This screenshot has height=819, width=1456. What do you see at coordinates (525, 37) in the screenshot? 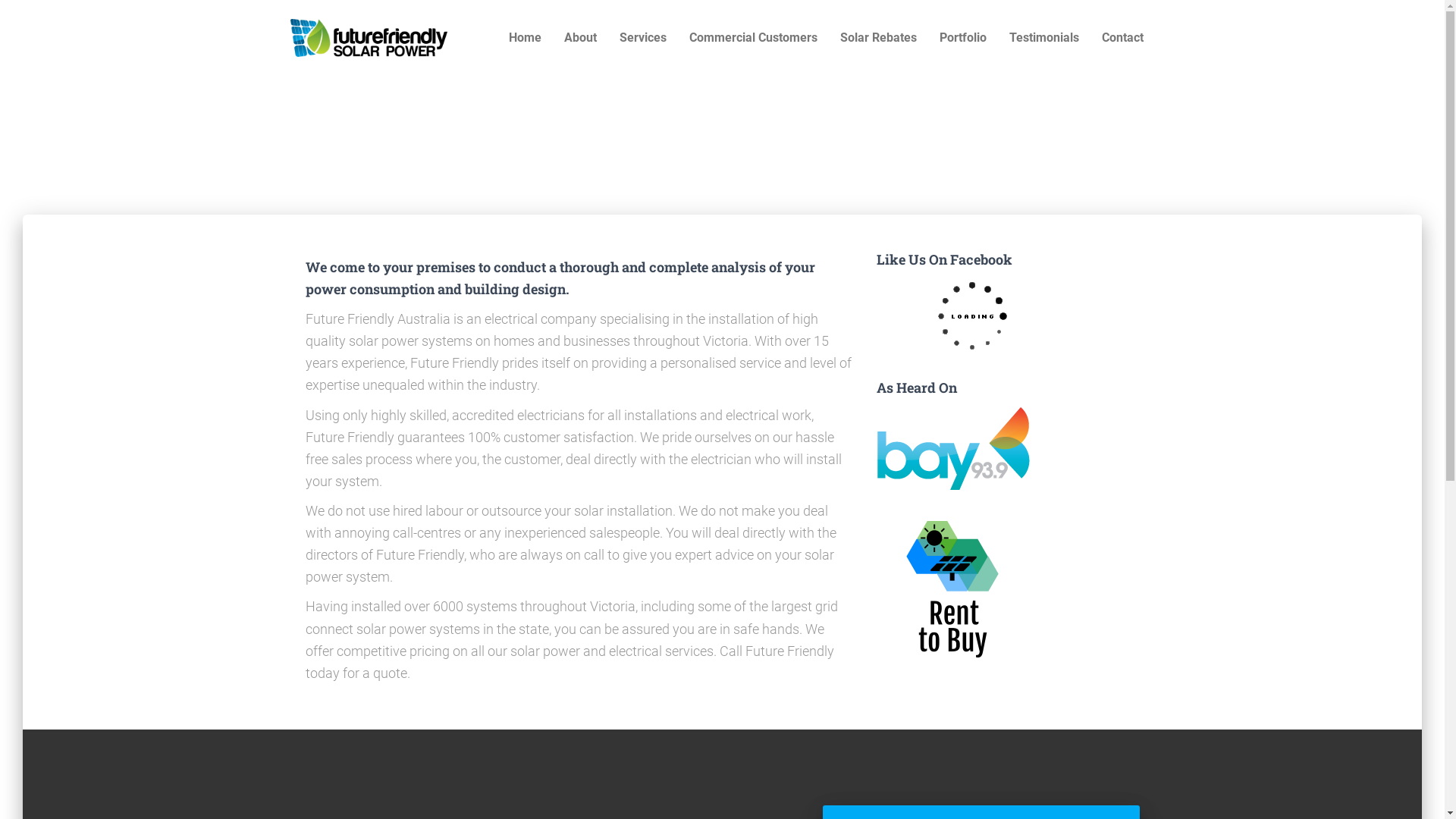
I see `'Home'` at bounding box center [525, 37].